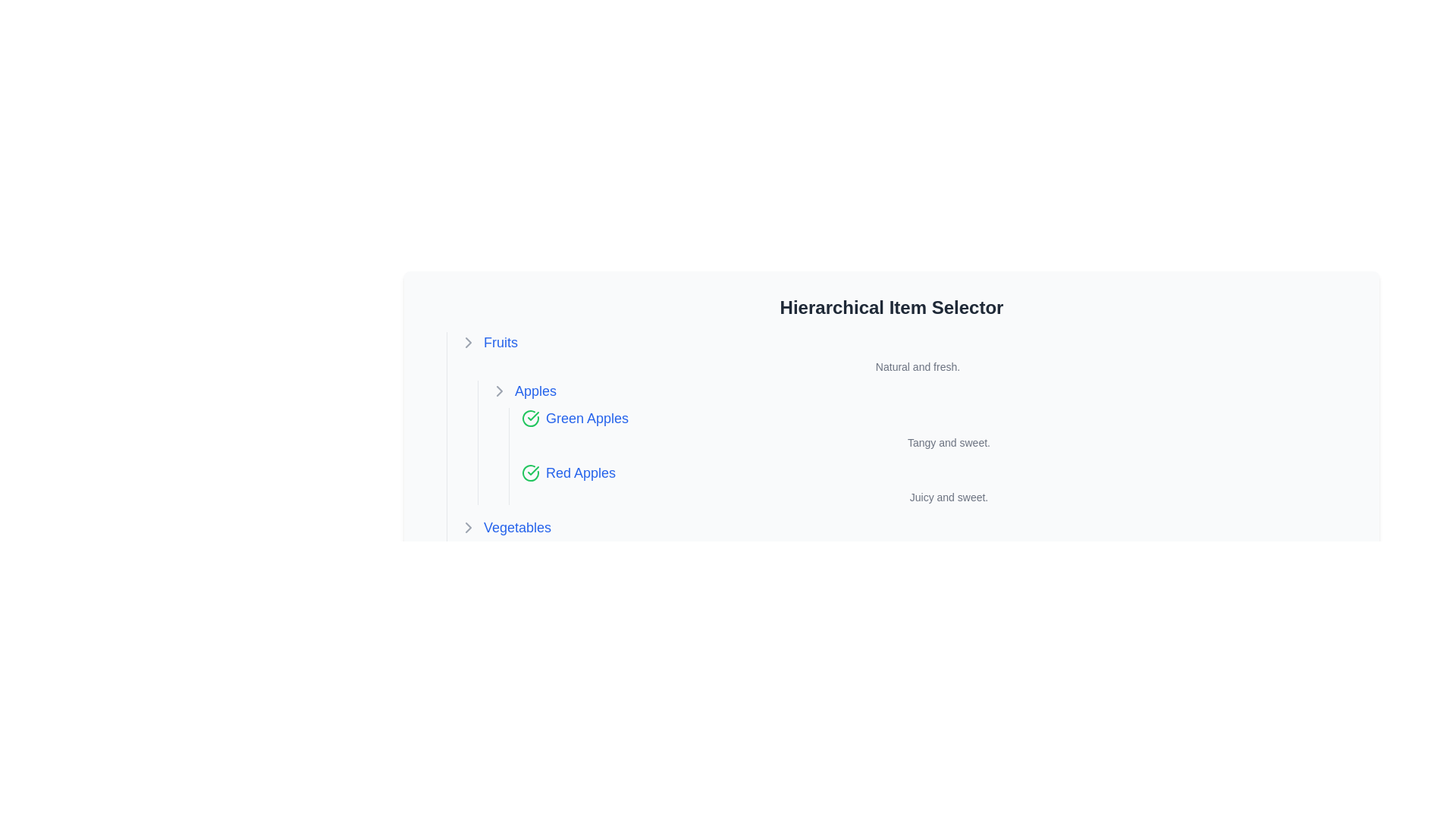 This screenshot has width=1456, height=819. I want to click on the text label that provides a description of 'Red Apples', positioned directly below the label and aligned with other item descriptions in the interface, so click(937, 497).